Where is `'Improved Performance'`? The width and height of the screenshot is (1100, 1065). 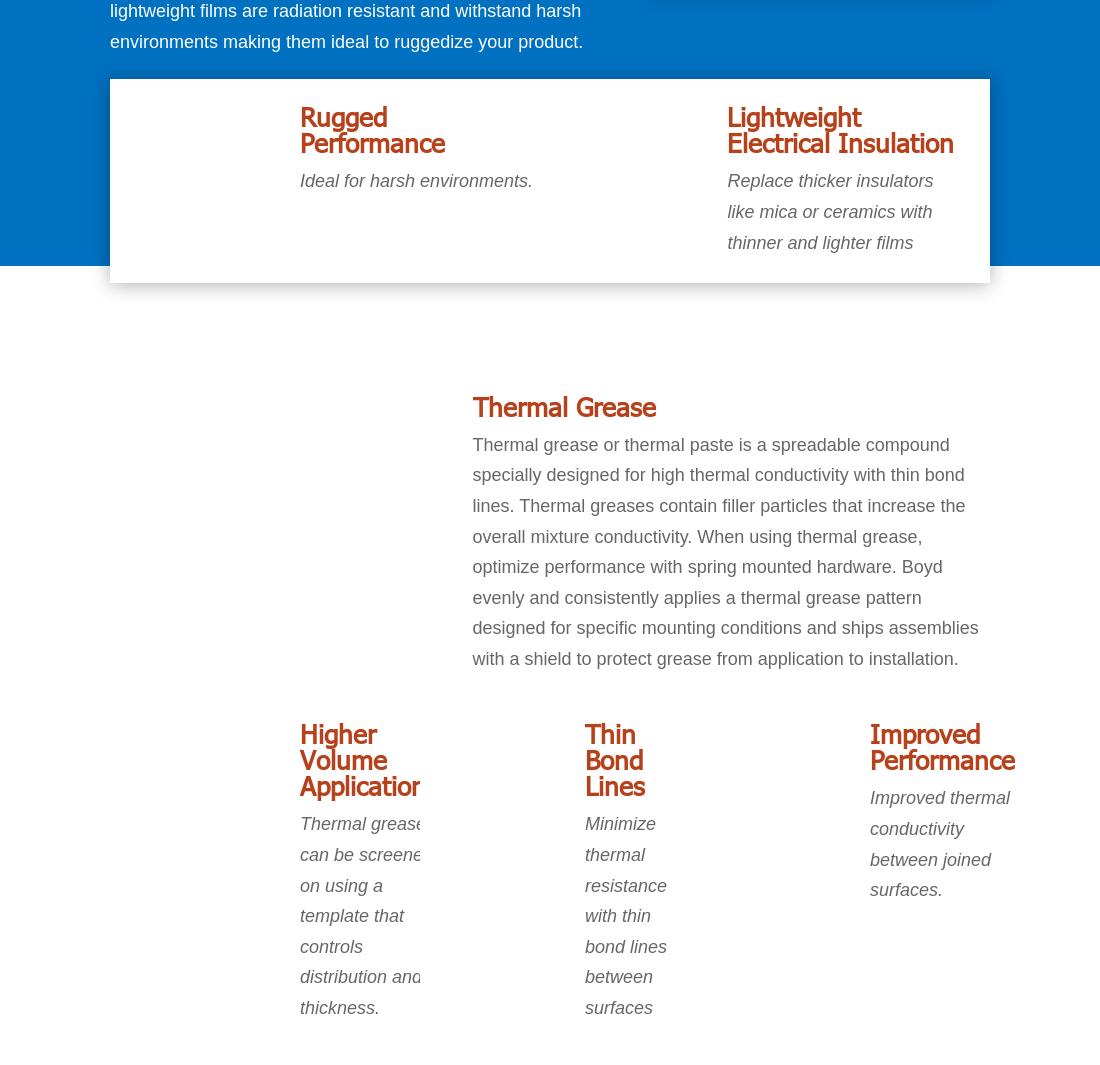
'Improved Performance' is located at coordinates (941, 746).